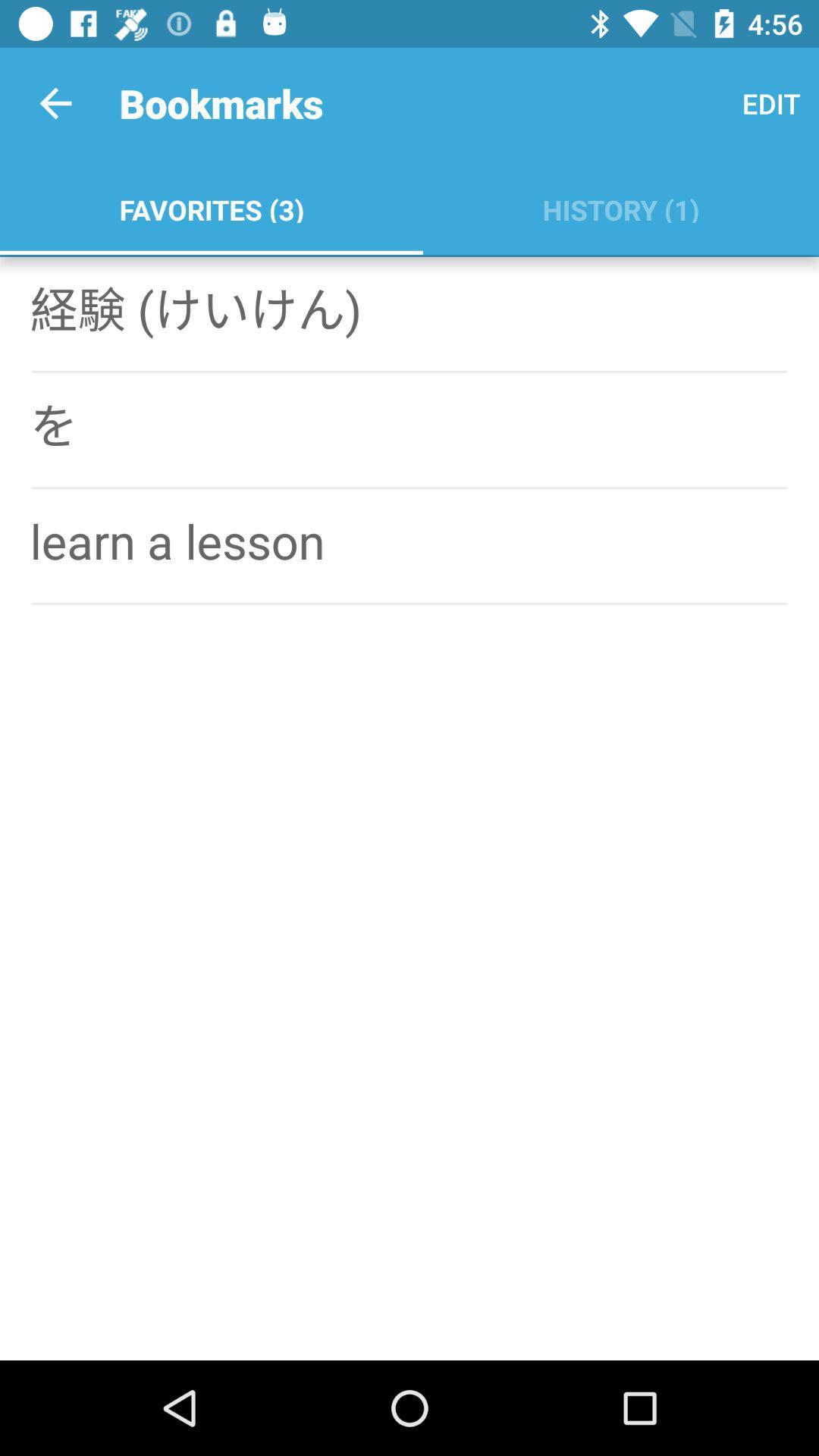  I want to click on item above favorites (3) app, so click(55, 102).